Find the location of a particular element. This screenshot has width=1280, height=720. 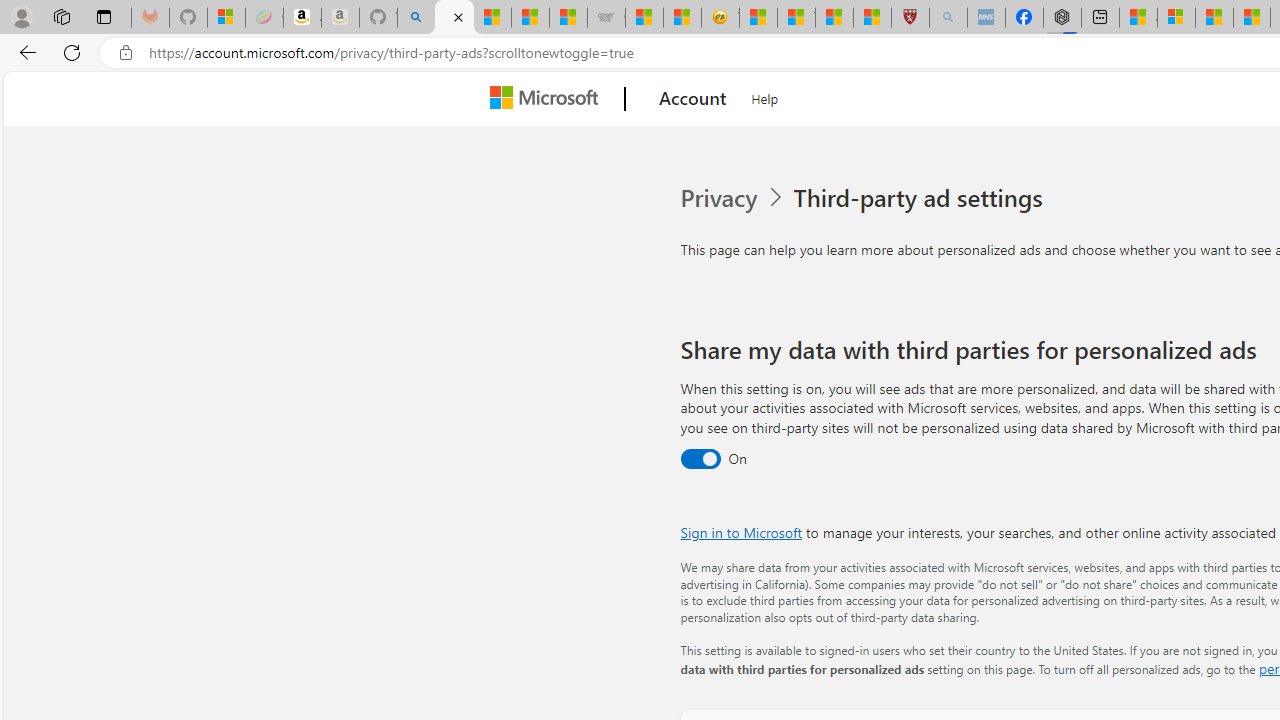

'NCL Adult Asthma Inhaler Choice Guideline - Sleeping' is located at coordinates (986, 17).